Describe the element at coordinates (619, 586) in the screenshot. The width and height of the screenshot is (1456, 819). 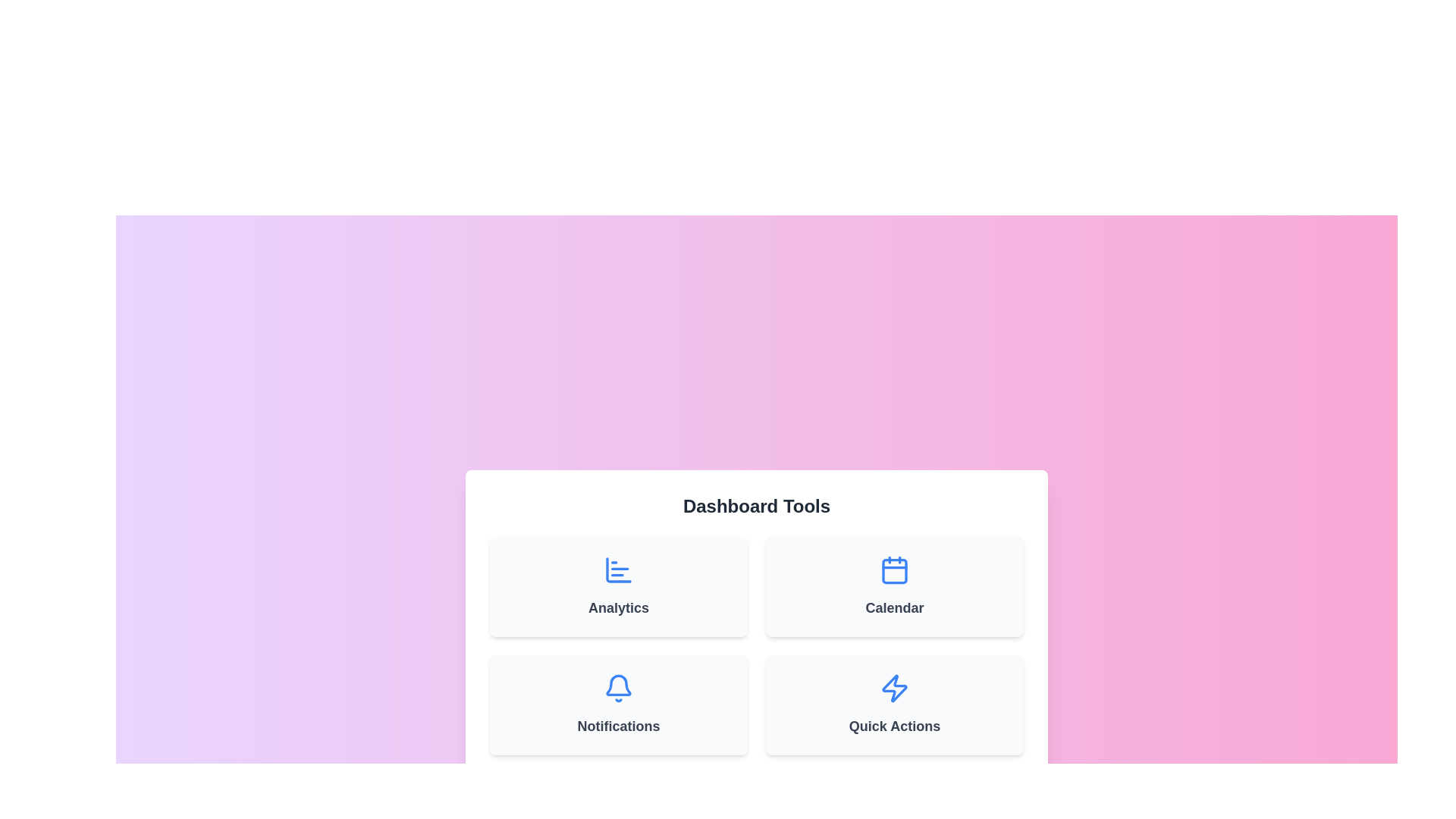
I see `the interactive analytics card located in the top-left corner of the grid layout` at that location.